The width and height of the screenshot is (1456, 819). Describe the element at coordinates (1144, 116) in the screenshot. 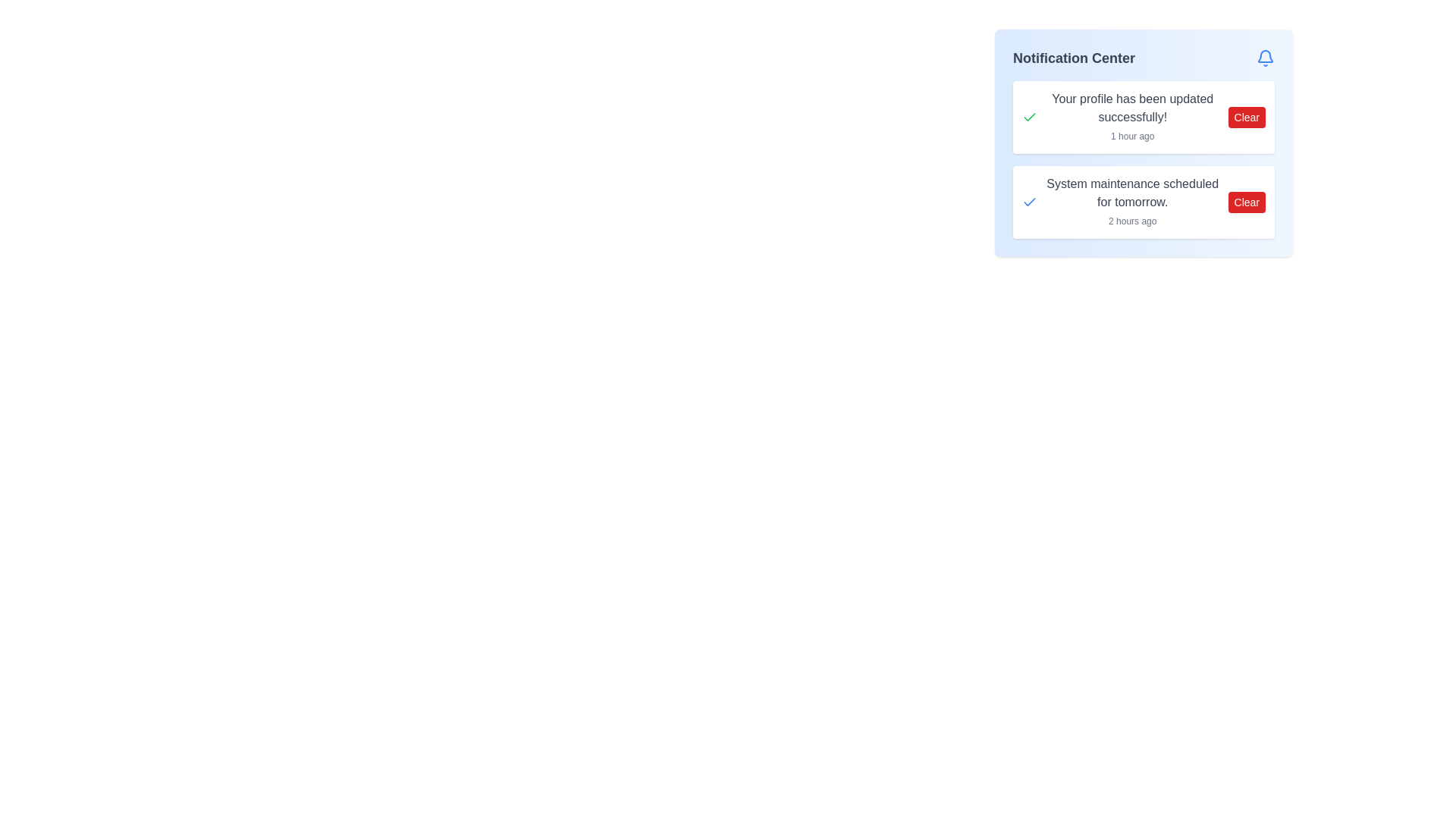

I see `notification message in the first notification box located below the 'Notification Center' heading` at that location.